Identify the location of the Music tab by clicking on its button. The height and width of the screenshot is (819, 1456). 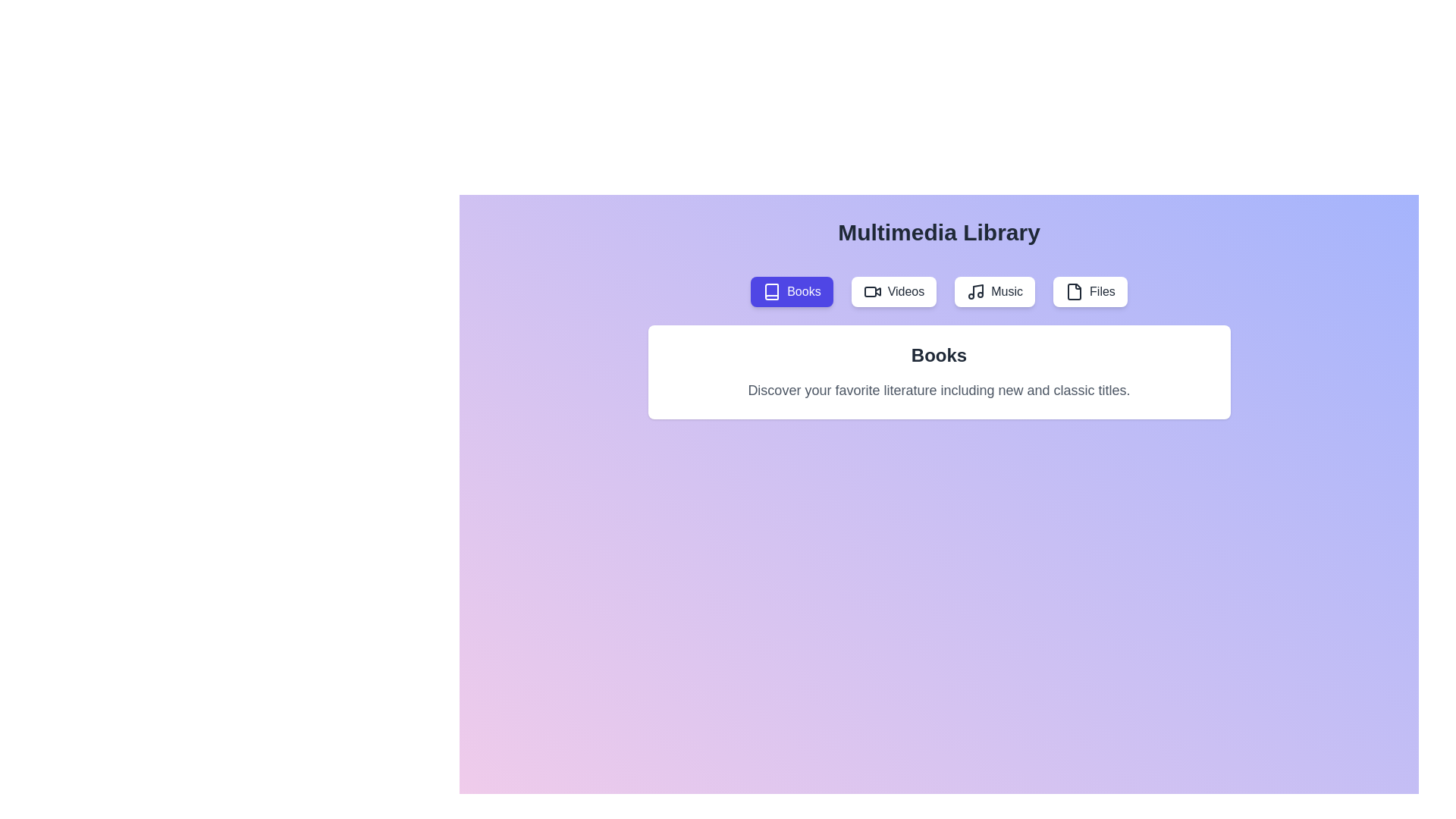
(995, 292).